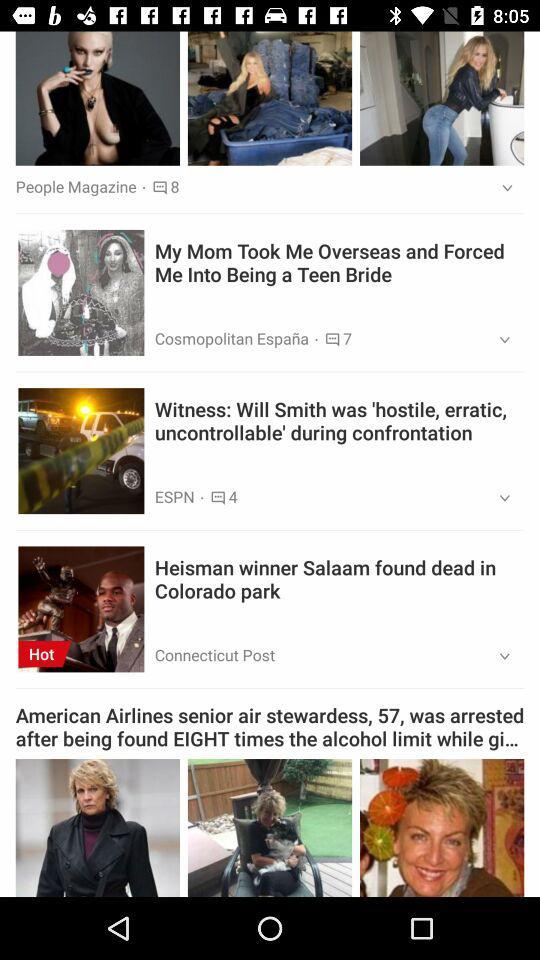 This screenshot has height=960, width=540. What do you see at coordinates (497, 497) in the screenshot?
I see `item above the heisman winner salaam` at bounding box center [497, 497].